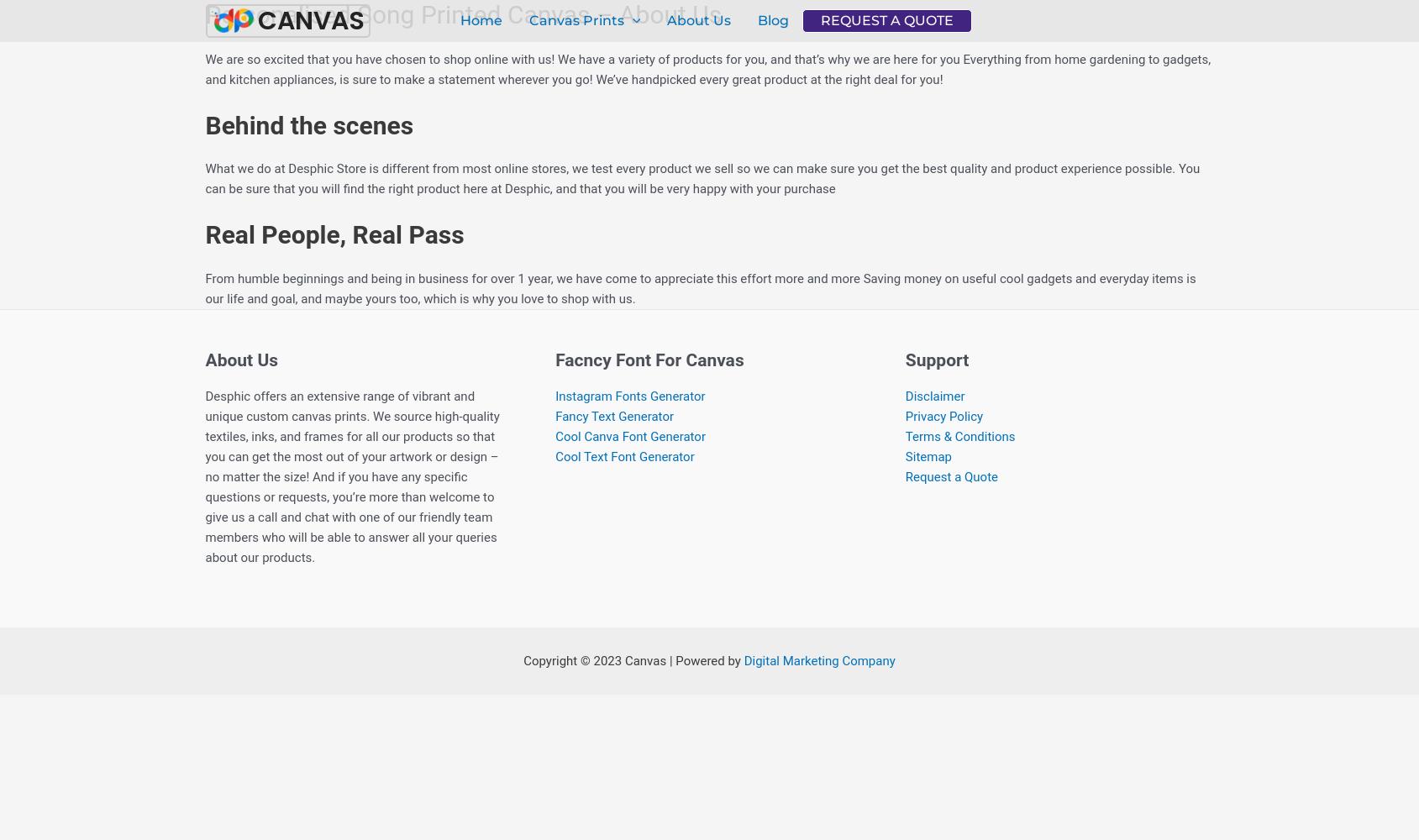 This screenshot has height=840, width=1419. I want to click on 'From humble beginnings and being in business for over 1 year, we have come to appreciate this effort more and more Saving money on useful cool gadgets and everyday items is our life and goal, and maybe yours too, which is why you love to shop with us.', so click(699, 287).